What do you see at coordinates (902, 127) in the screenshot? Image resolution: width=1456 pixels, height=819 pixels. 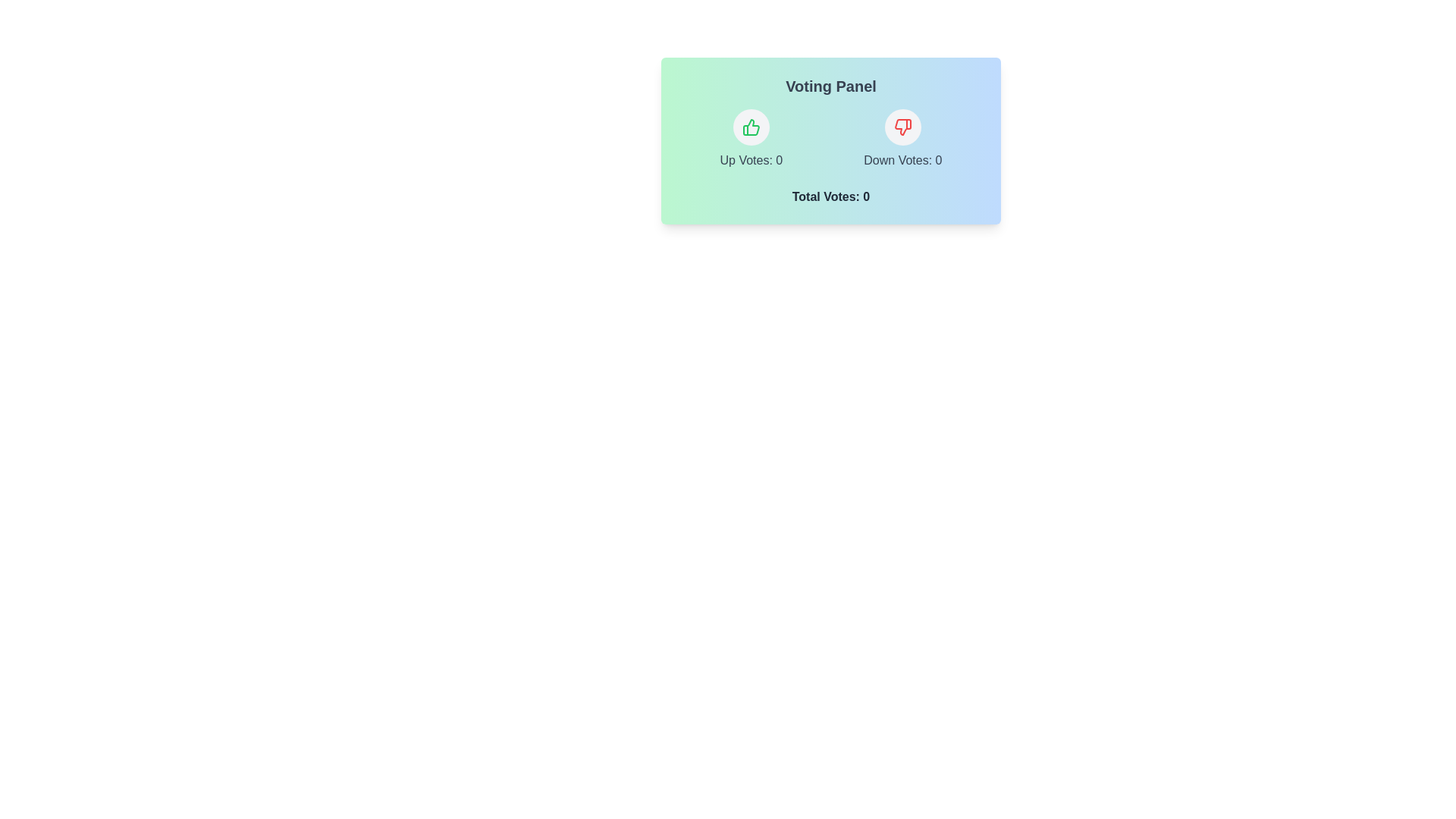 I see `the 'thumbs-down' icon button in the 'Down Votes' section of the voting panel, which is a minimalistic red icon depicting a thumbs-down gesture` at bounding box center [902, 127].